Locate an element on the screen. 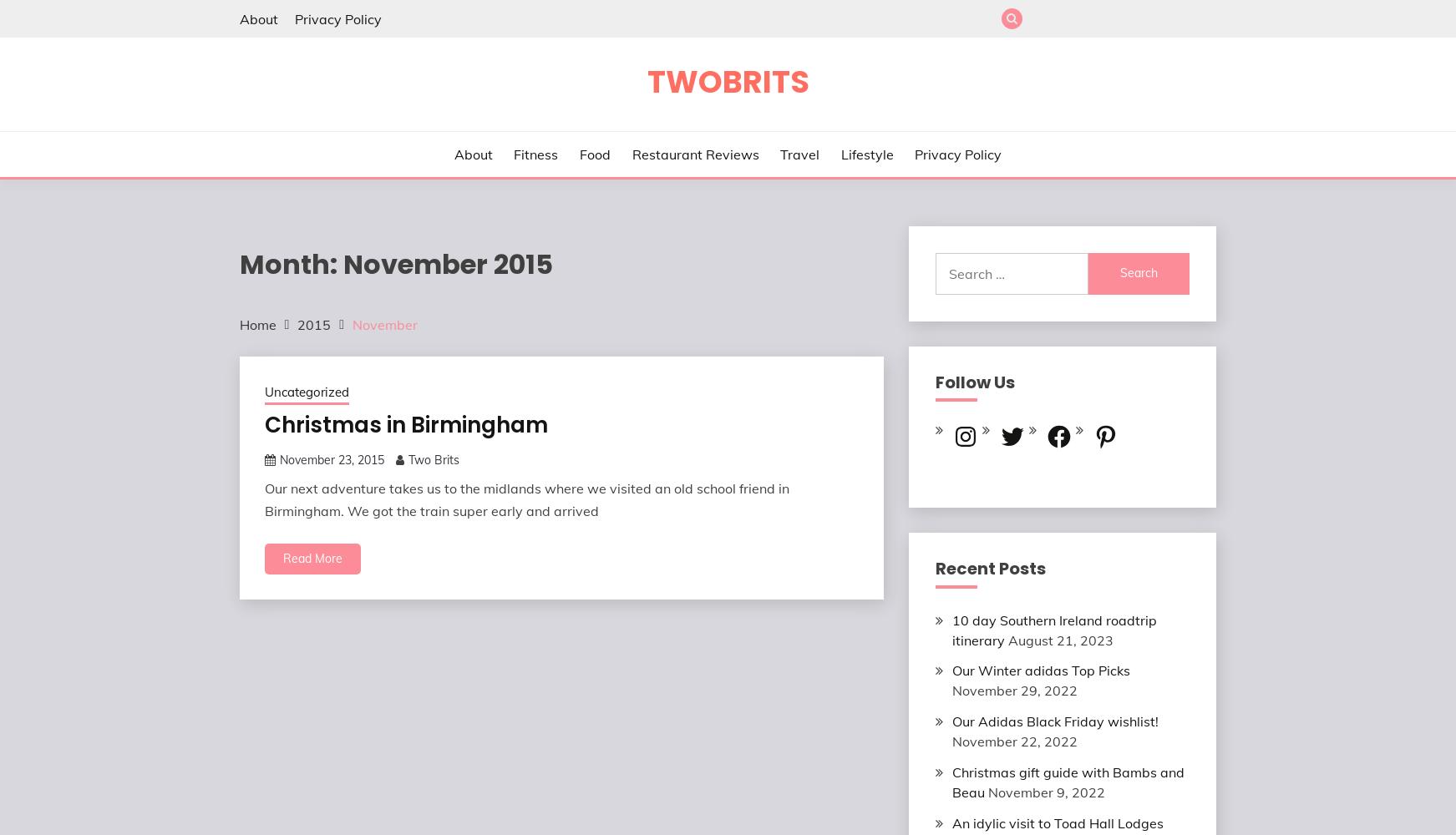 Image resolution: width=1456 pixels, height=835 pixels. 'twobrits' is located at coordinates (726, 81).